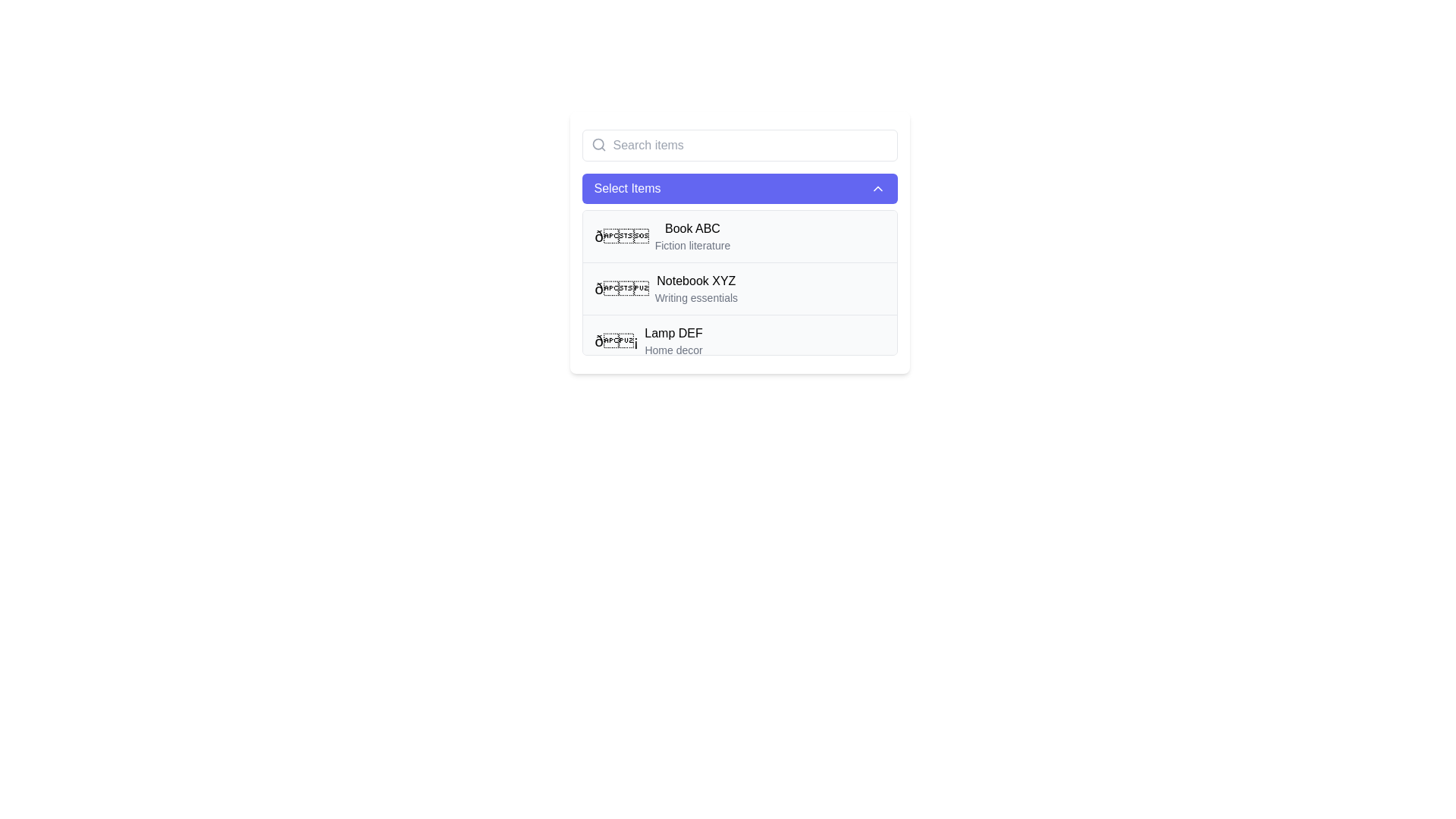 Image resolution: width=1456 pixels, height=819 pixels. I want to click on the light bulb emoji icon displayed in bold font style, which is positioned to the left of the text 'Lamp DEF' and above the descriptor 'Home decor', so click(617, 341).